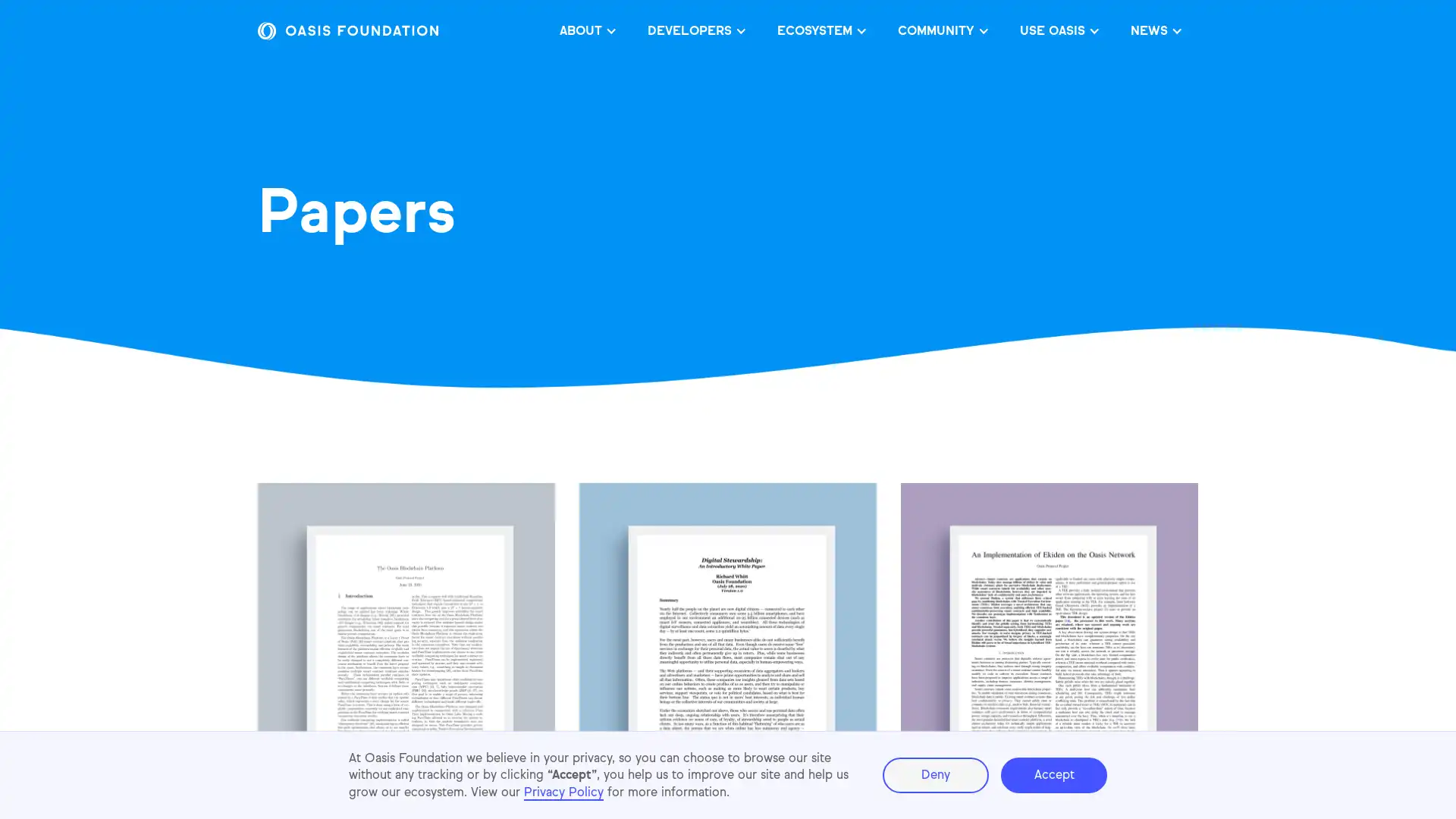 The width and height of the screenshot is (1456, 819). What do you see at coordinates (934, 775) in the screenshot?
I see `Deny` at bounding box center [934, 775].